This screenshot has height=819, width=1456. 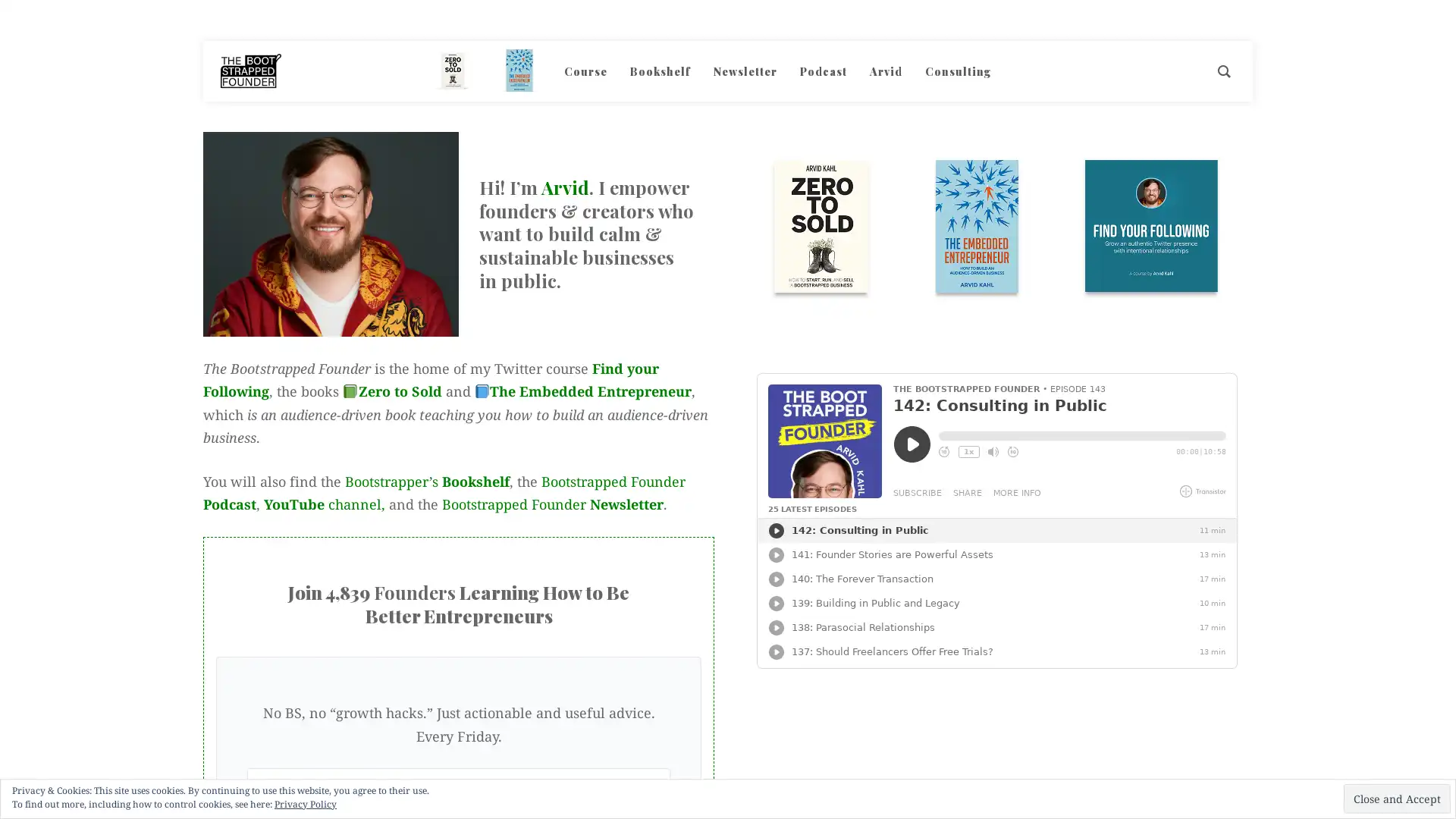 What do you see at coordinates (1396, 798) in the screenshot?
I see `Close and Accept` at bounding box center [1396, 798].